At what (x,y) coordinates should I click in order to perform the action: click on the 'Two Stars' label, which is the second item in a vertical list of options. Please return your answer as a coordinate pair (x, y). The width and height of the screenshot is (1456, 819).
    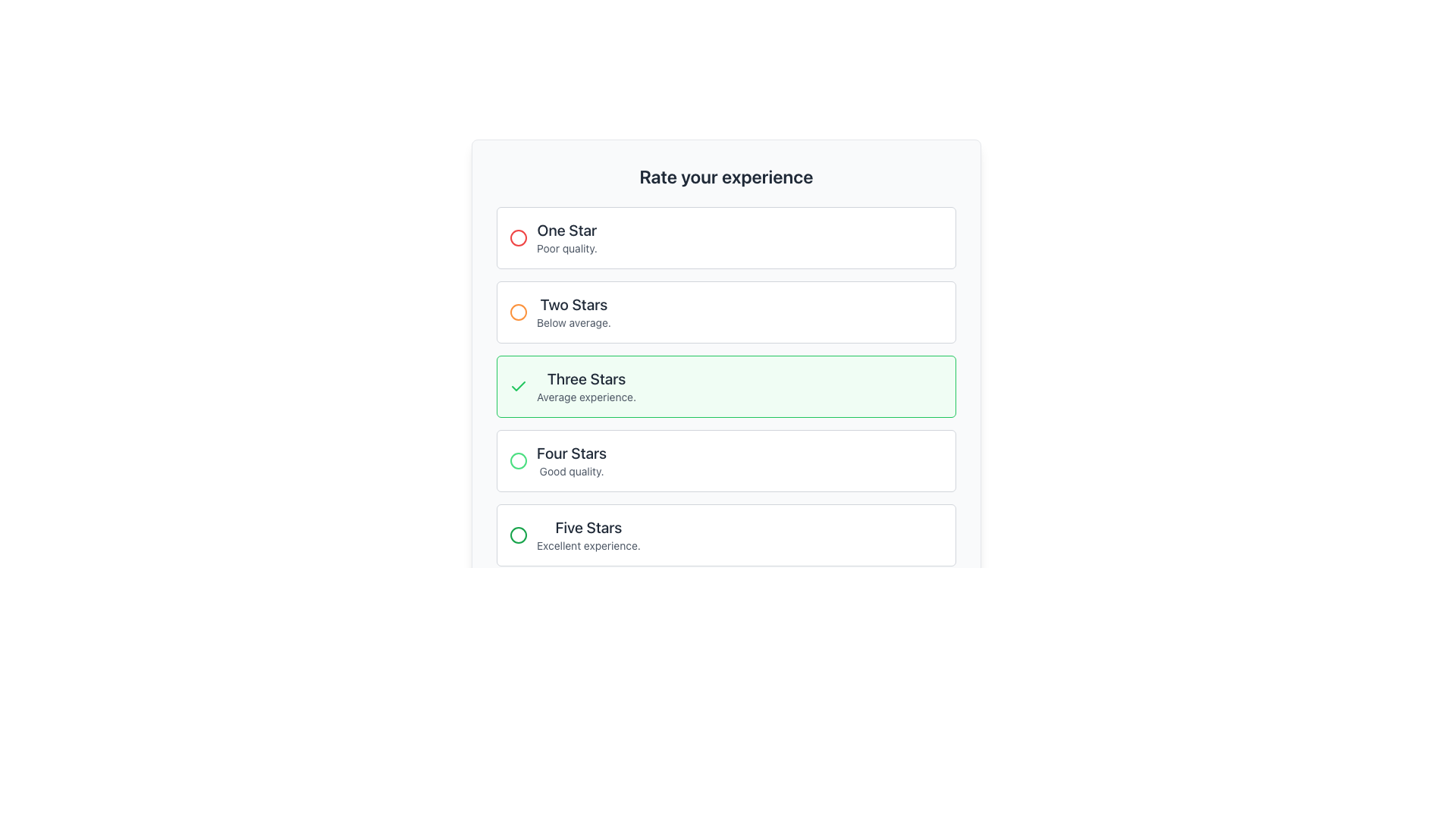
    Looking at the image, I should click on (573, 304).